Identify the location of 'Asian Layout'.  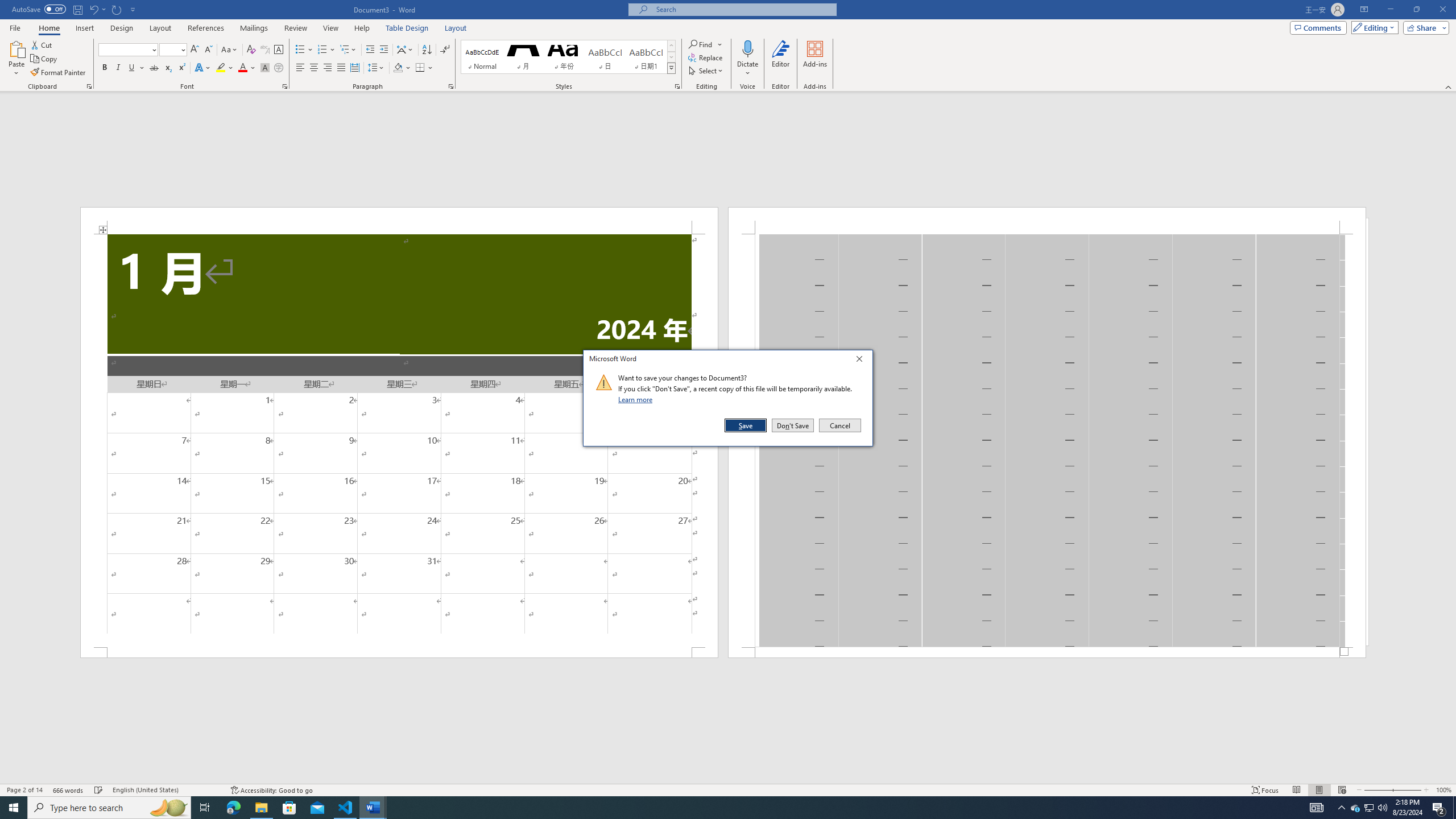
(405, 49).